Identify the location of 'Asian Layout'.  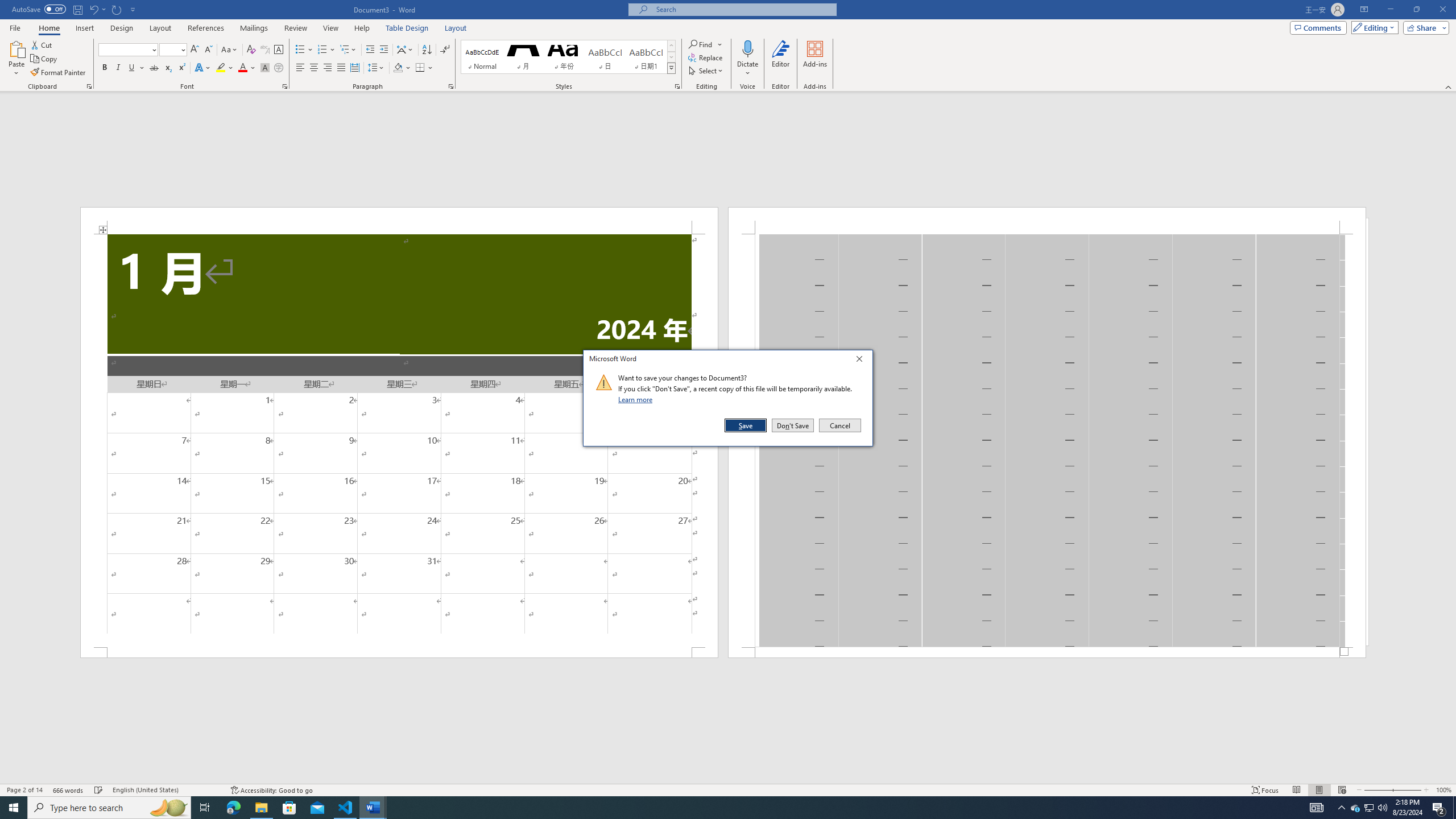
(405, 49).